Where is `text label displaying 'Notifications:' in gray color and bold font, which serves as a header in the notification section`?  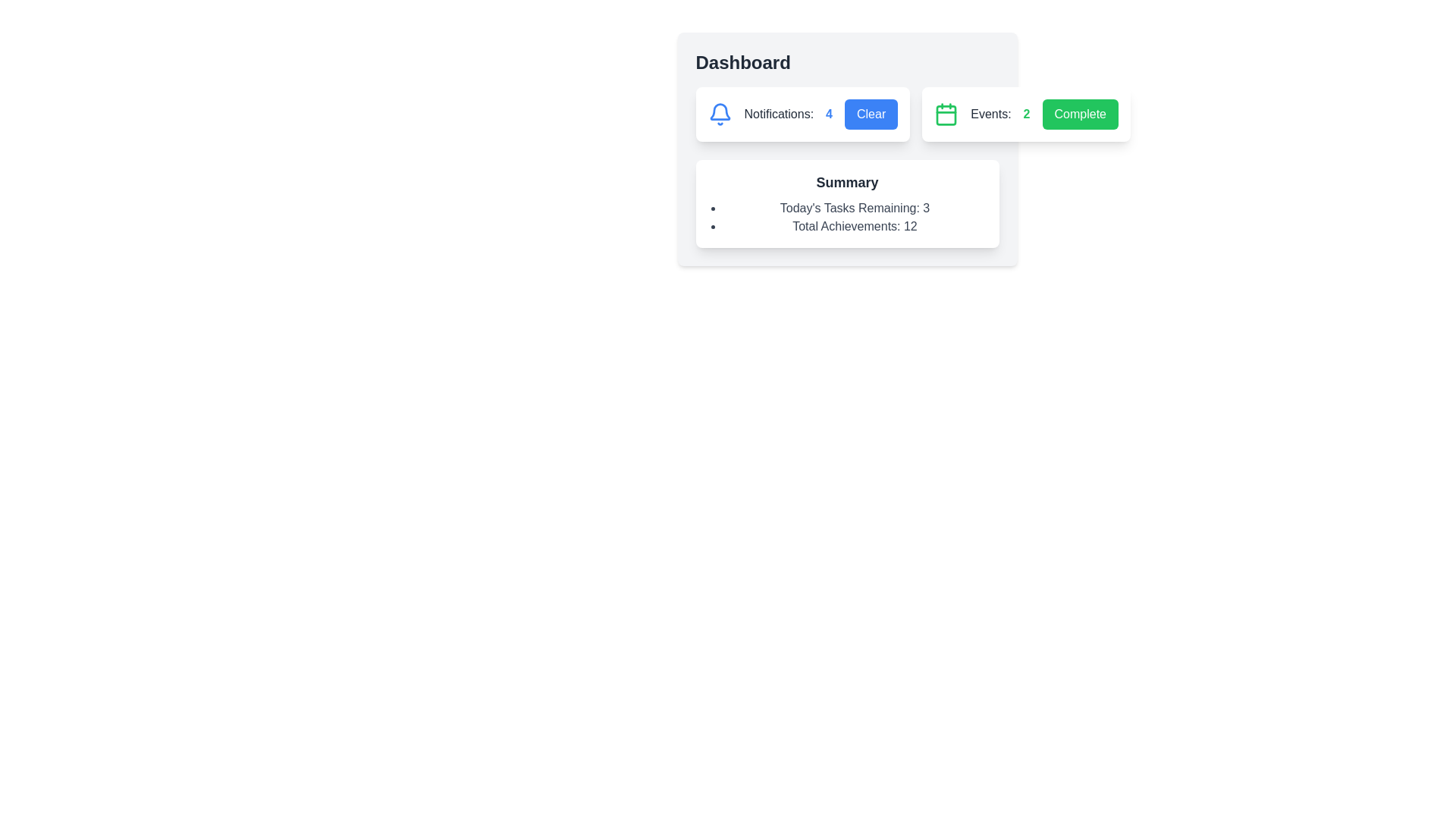 text label displaying 'Notifications:' in gray color and bold font, which serves as a header in the notification section is located at coordinates (779, 113).